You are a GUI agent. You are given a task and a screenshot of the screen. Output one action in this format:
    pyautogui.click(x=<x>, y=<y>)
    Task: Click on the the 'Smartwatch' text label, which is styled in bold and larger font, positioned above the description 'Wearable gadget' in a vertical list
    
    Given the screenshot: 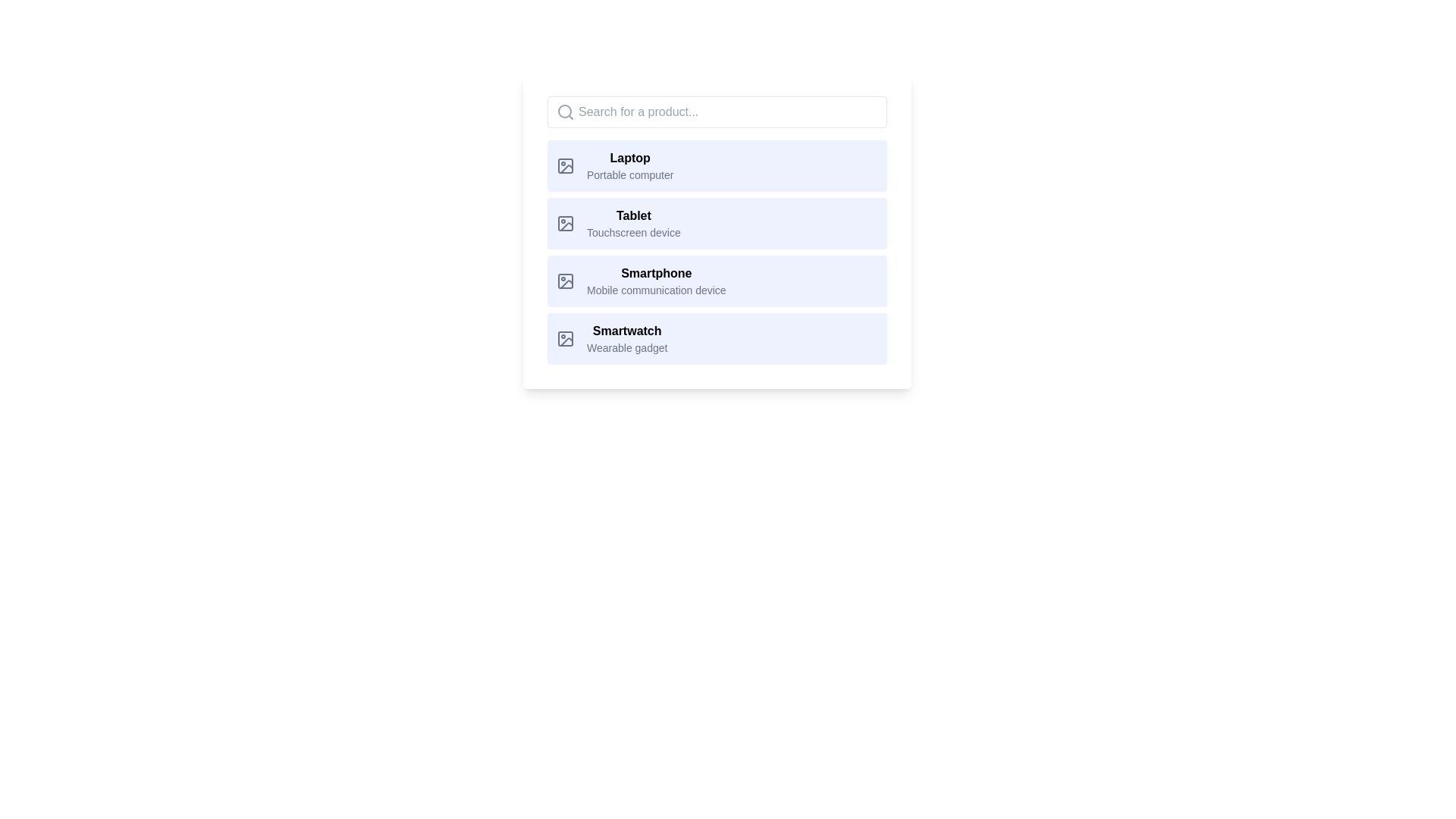 What is the action you would take?
    pyautogui.click(x=627, y=330)
    